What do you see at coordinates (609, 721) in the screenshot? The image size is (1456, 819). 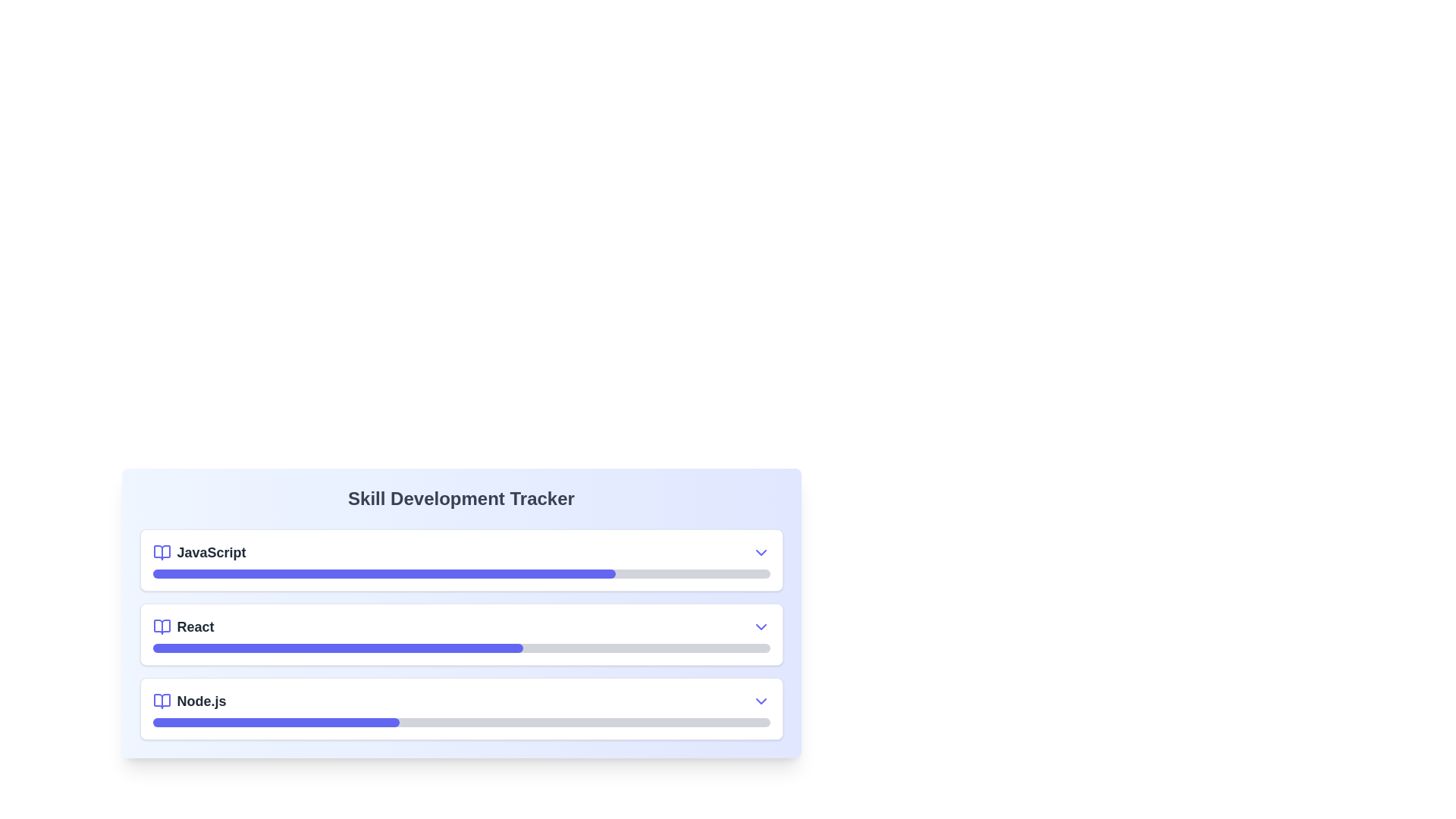 I see `the progress bar` at bounding box center [609, 721].